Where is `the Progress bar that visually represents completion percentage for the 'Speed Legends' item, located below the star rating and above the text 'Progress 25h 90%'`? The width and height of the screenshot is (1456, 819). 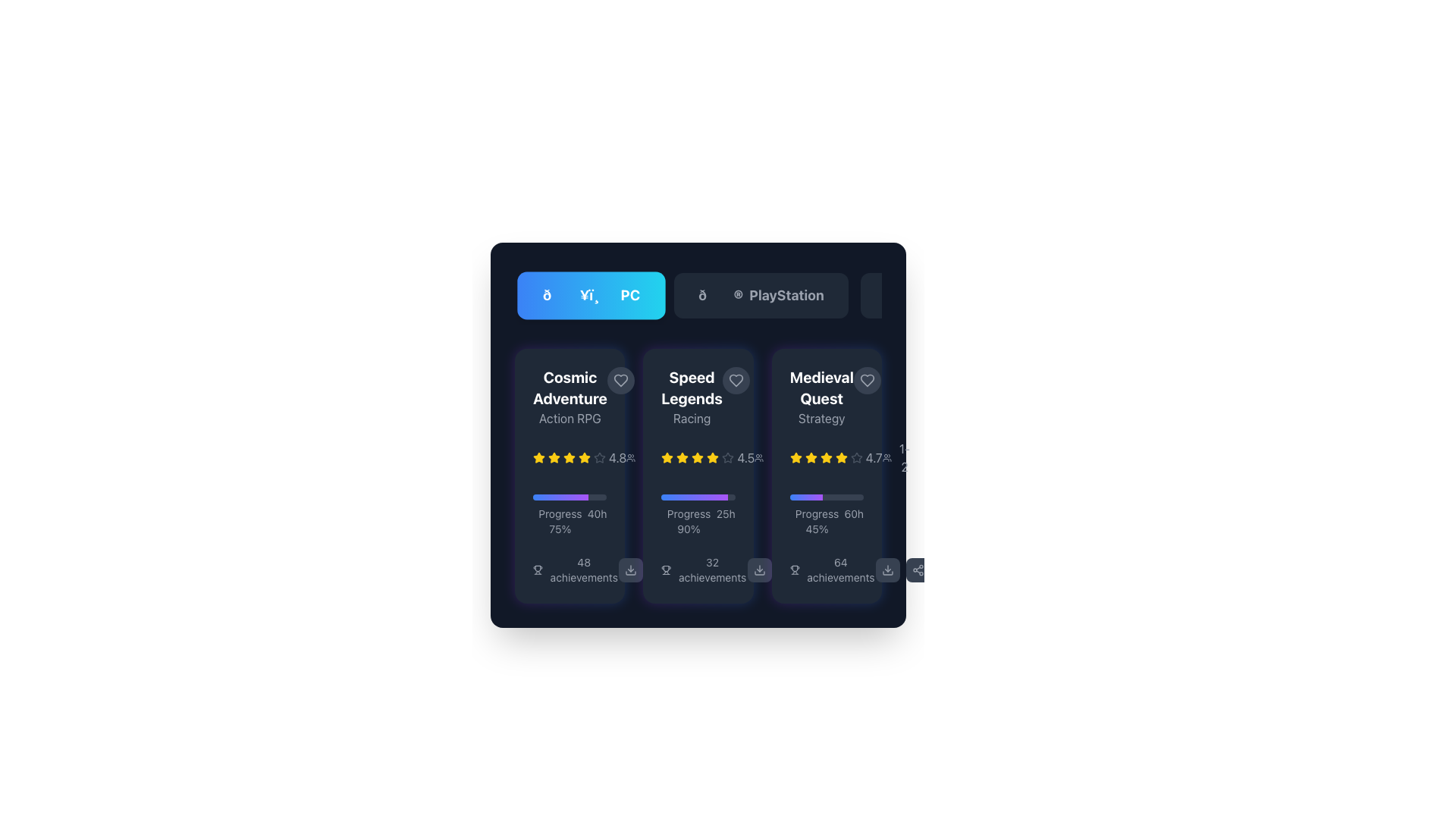 the Progress bar that visually represents completion percentage for the 'Speed Legends' item, located below the star rating and above the text 'Progress 25h 90%' is located at coordinates (698, 497).